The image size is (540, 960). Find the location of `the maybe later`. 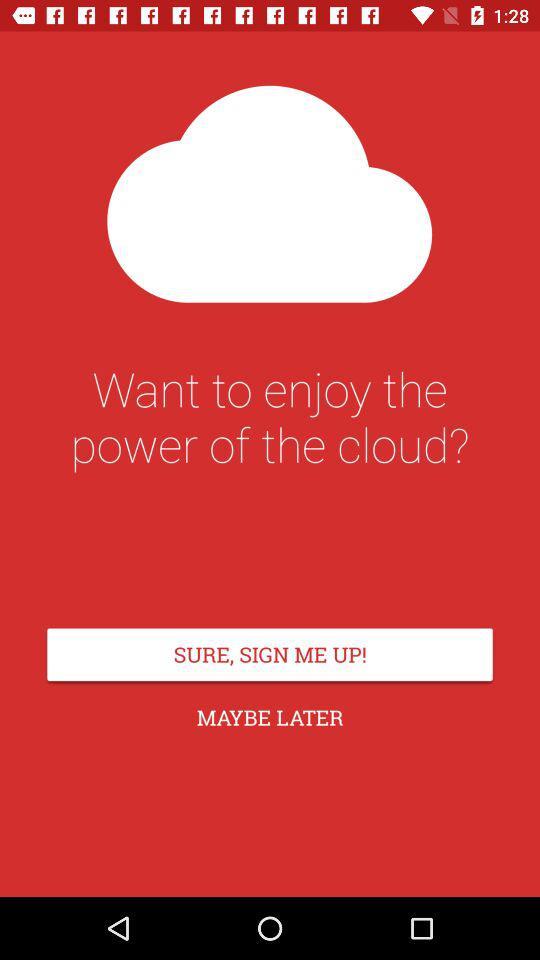

the maybe later is located at coordinates (270, 717).